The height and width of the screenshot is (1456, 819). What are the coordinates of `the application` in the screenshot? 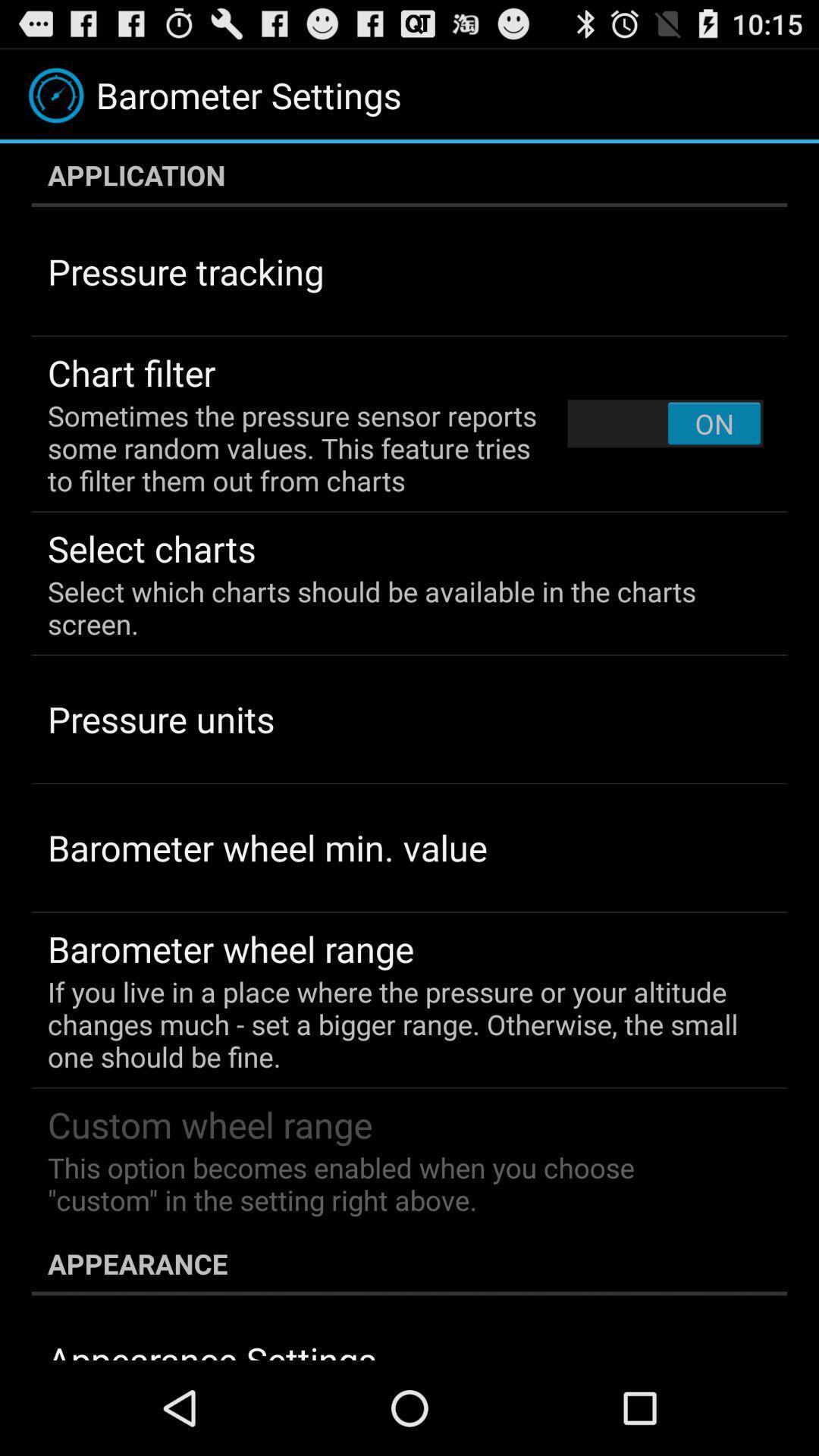 It's located at (409, 174).